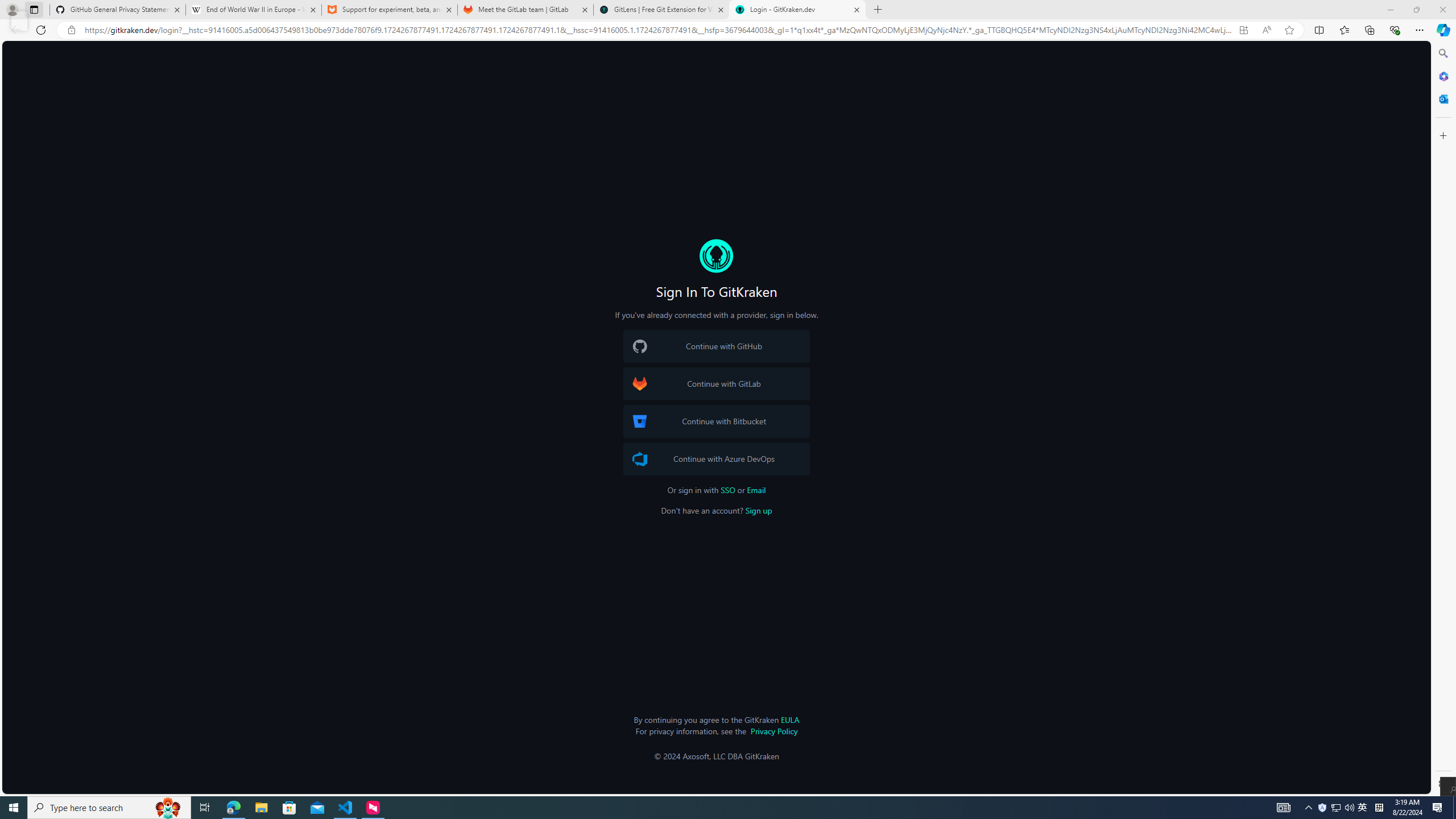 Image resolution: width=1456 pixels, height=819 pixels. Describe the element at coordinates (728, 490) in the screenshot. I see `'SSO'` at that location.